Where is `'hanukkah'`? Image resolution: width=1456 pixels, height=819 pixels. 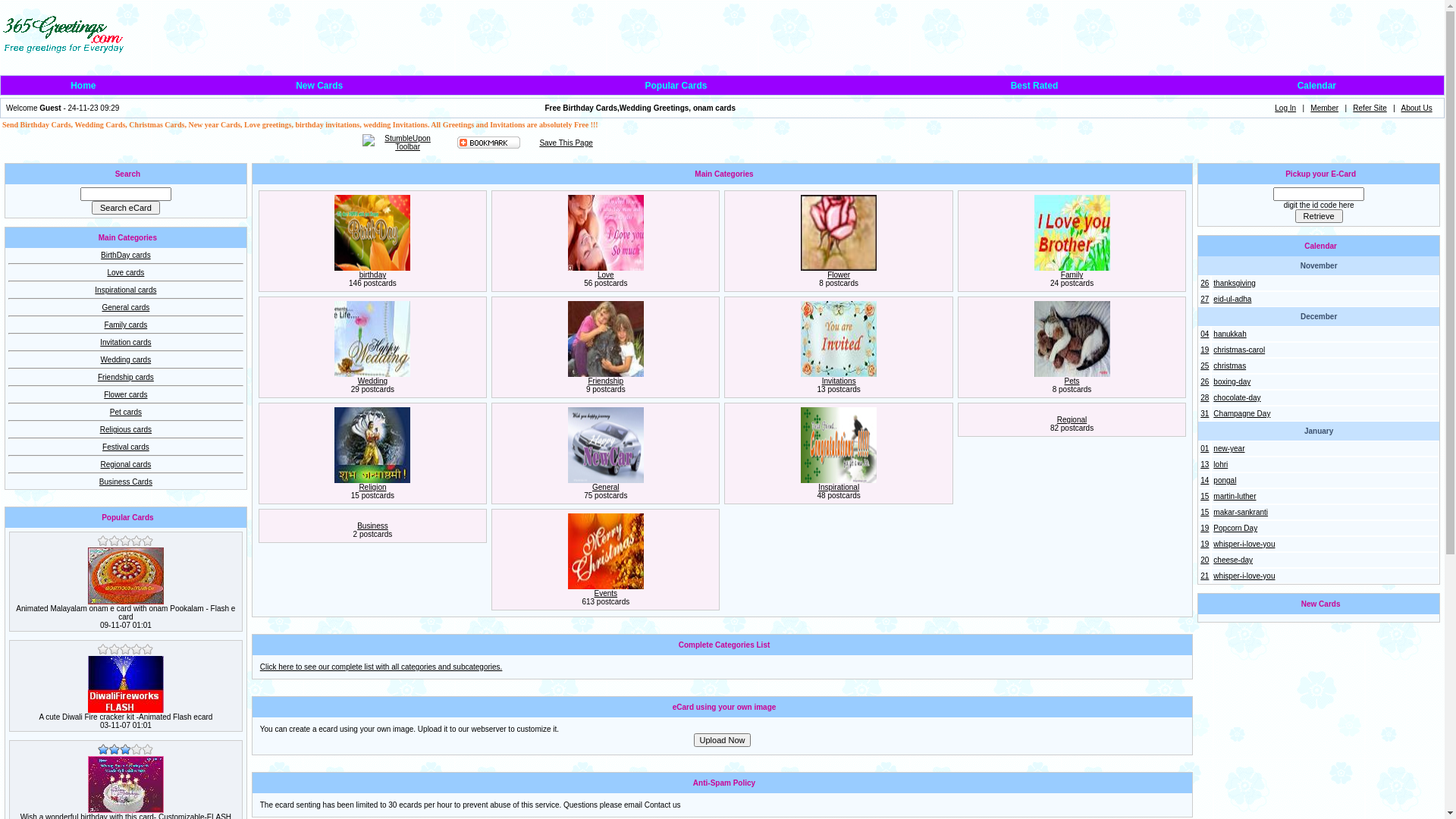 'hanukkah' is located at coordinates (1229, 333).